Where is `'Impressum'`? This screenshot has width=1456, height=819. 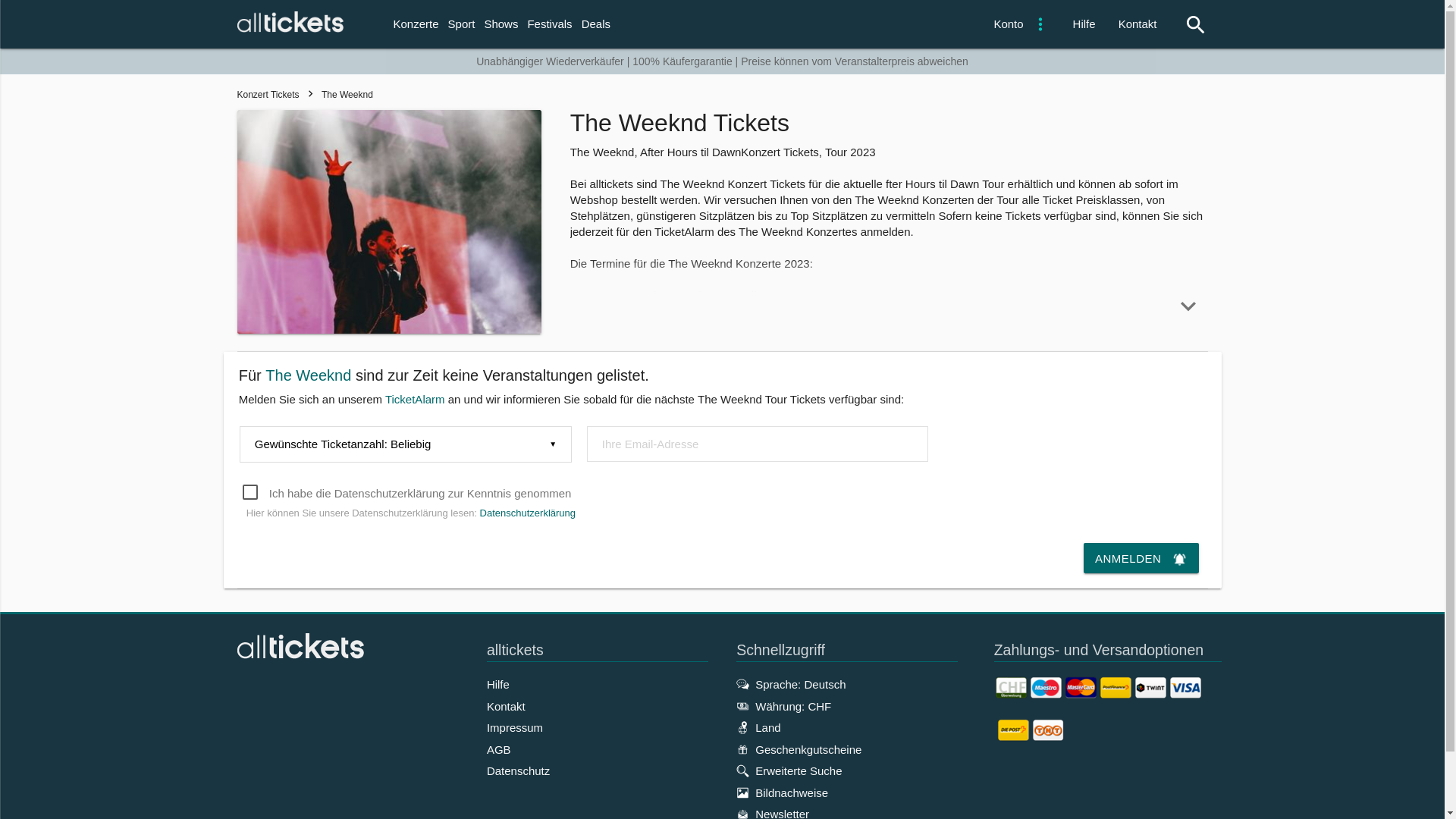
'Impressum' is located at coordinates (514, 726).